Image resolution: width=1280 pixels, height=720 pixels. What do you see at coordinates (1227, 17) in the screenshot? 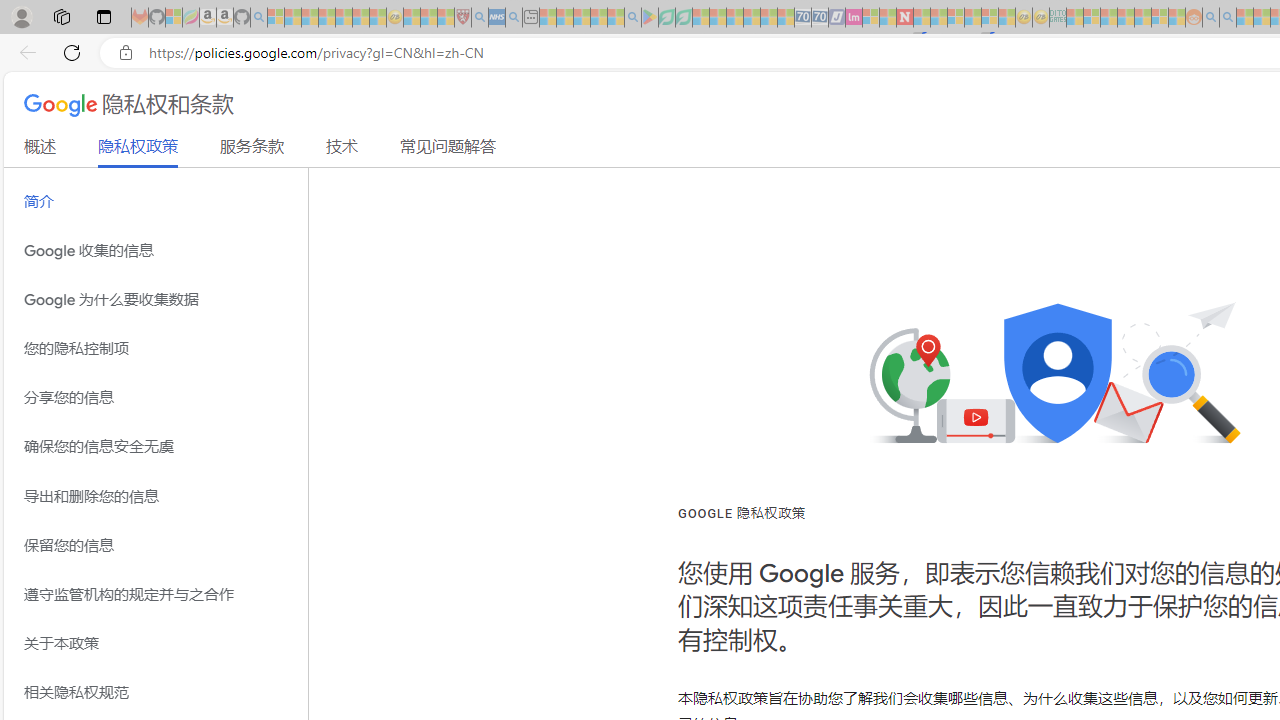
I see `'Utah sues federal government - Search - Sleeping'` at bounding box center [1227, 17].